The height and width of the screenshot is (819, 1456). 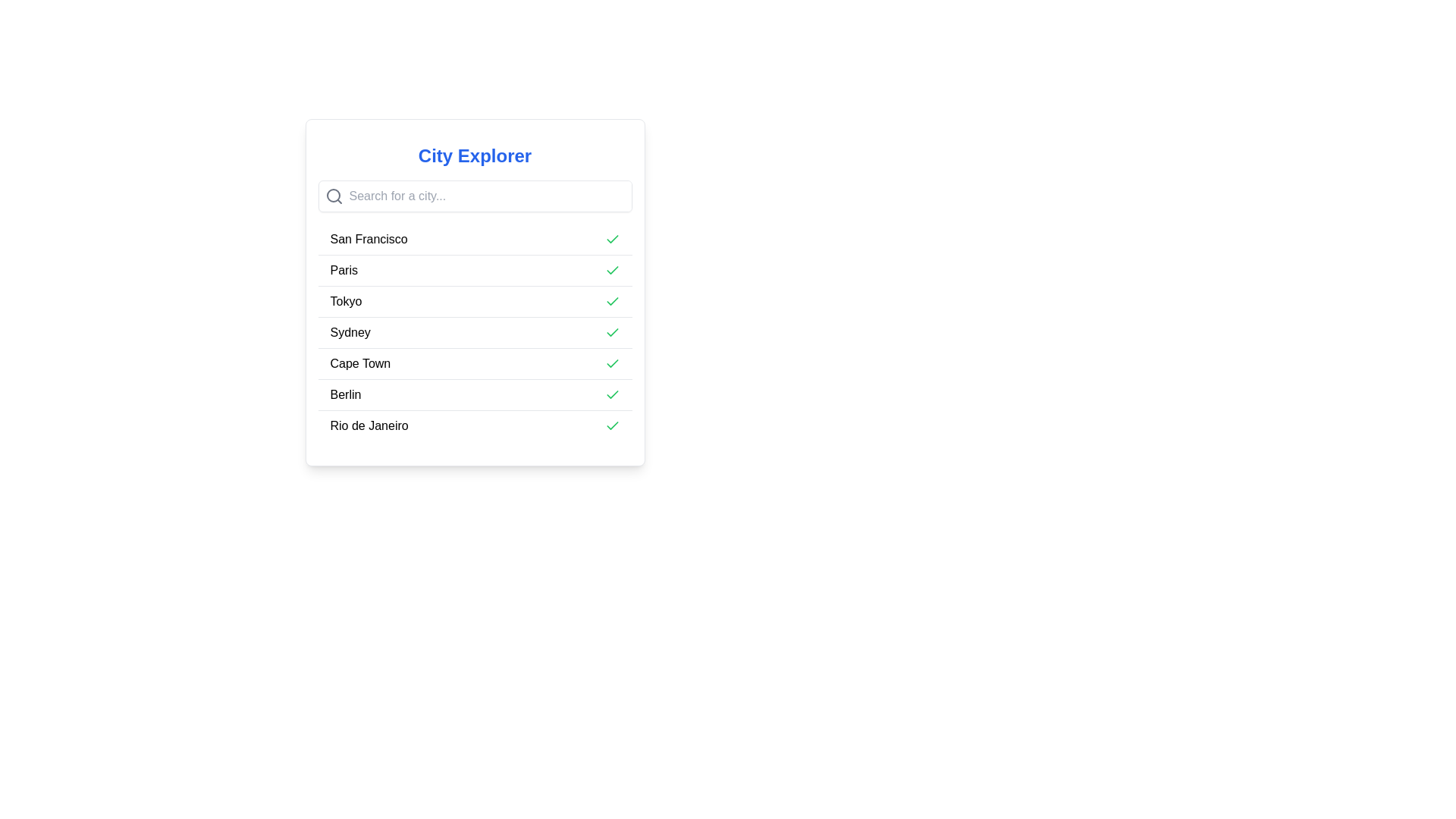 What do you see at coordinates (612, 363) in the screenshot?
I see `checkmark icon with a thin green stroke located to the right of the text label 'Berlin', which is the sixth icon in a vertical list layout` at bounding box center [612, 363].